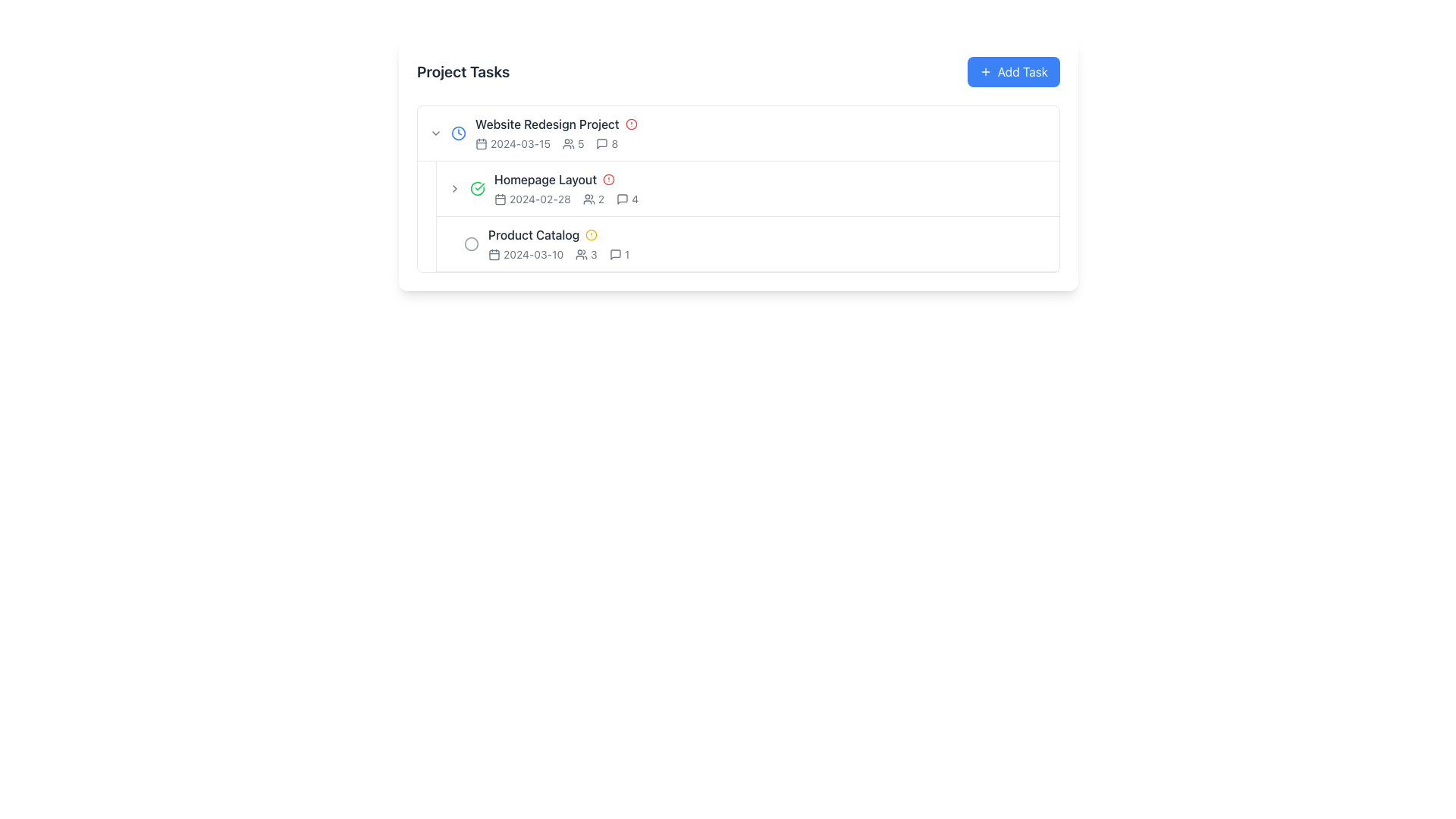 The height and width of the screenshot is (819, 1456). I want to click on the calendar icon located on the leftmost side of the horizontal group, which is associated with the date text '2024-03-10' under the 'Product Catalog' task, so click(494, 253).